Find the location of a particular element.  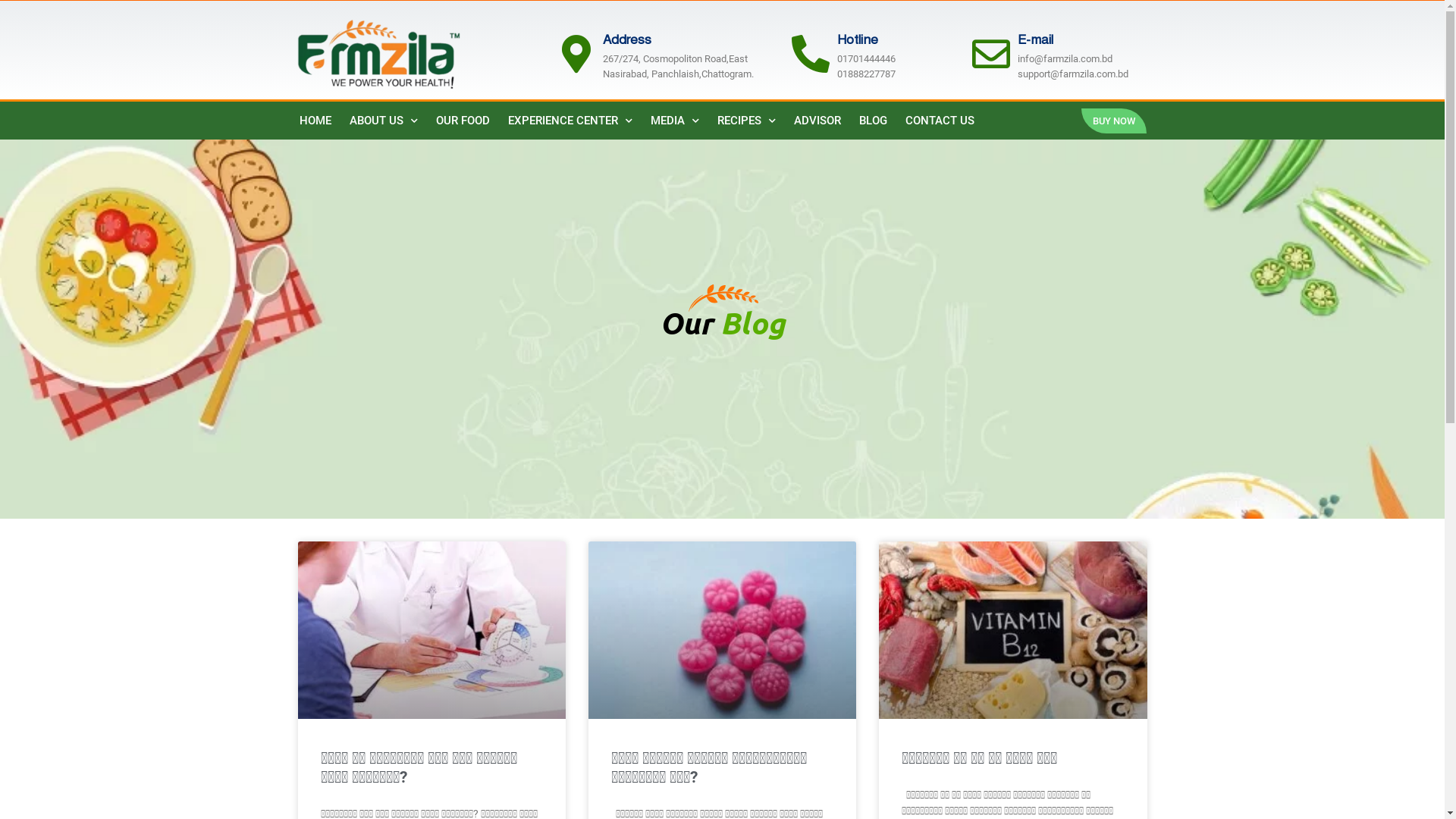

'HOME' is located at coordinates (313, 119).